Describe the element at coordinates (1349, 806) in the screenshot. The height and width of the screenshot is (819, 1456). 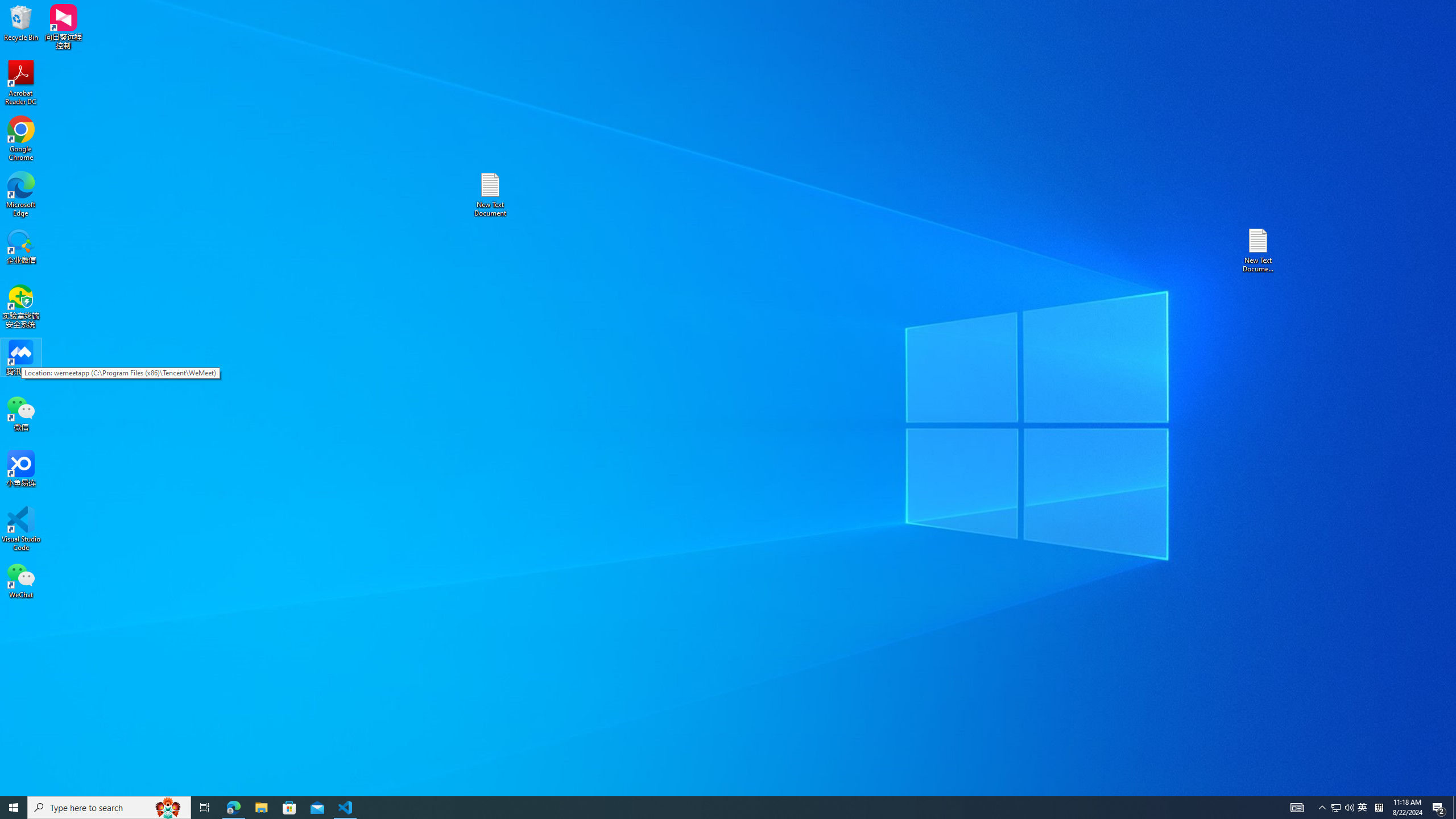
I see `'Q2790: 100%'` at that location.